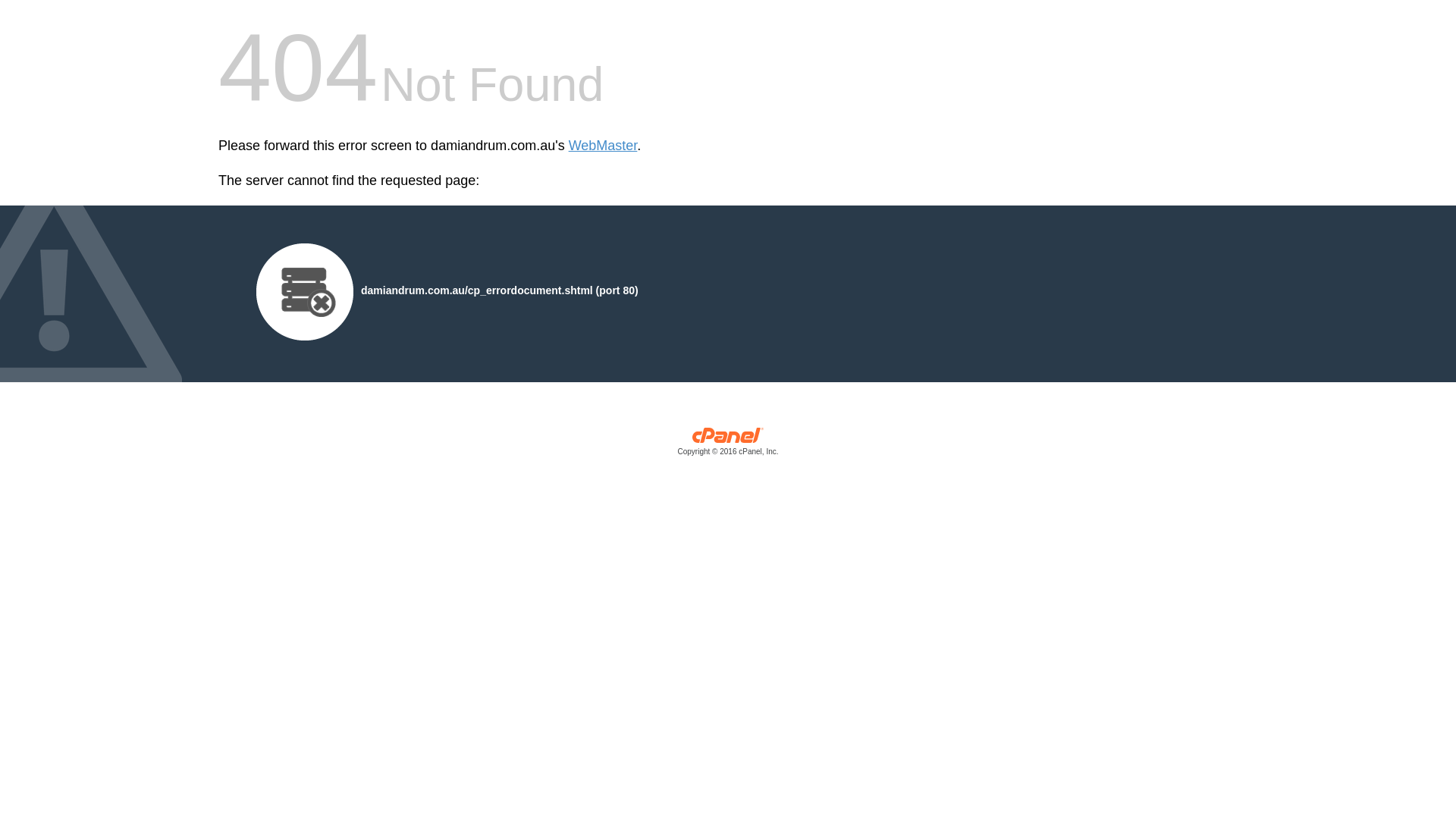 This screenshot has height=819, width=1456. What do you see at coordinates (602, 146) in the screenshot?
I see `'WebMaster'` at bounding box center [602, 146].